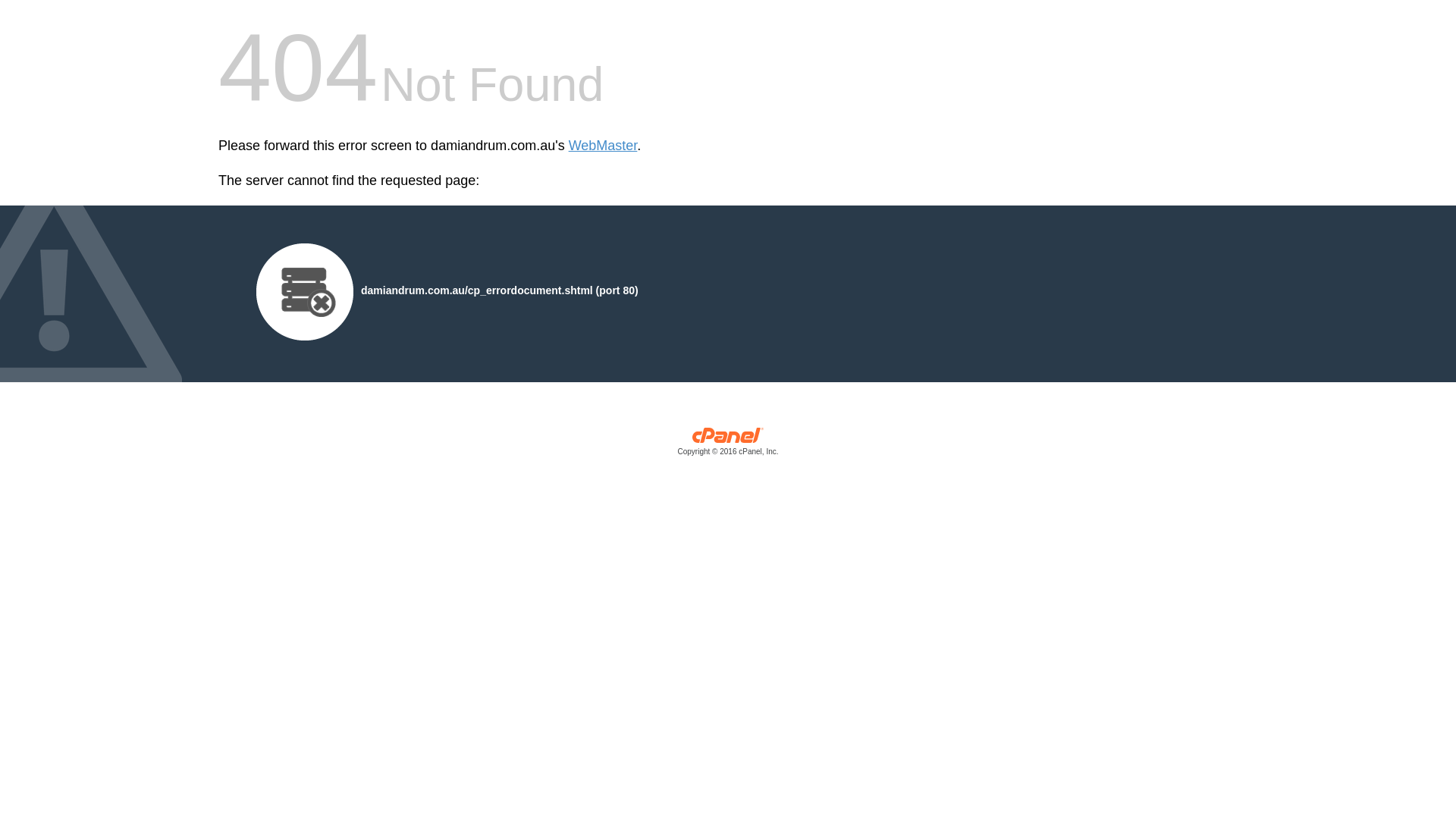 This screenshot has height=819, width=1456. What do you see at coordinates (602, 146) in the screenshot?
I see `'WebMaster'` at bounding box center [602, 146].